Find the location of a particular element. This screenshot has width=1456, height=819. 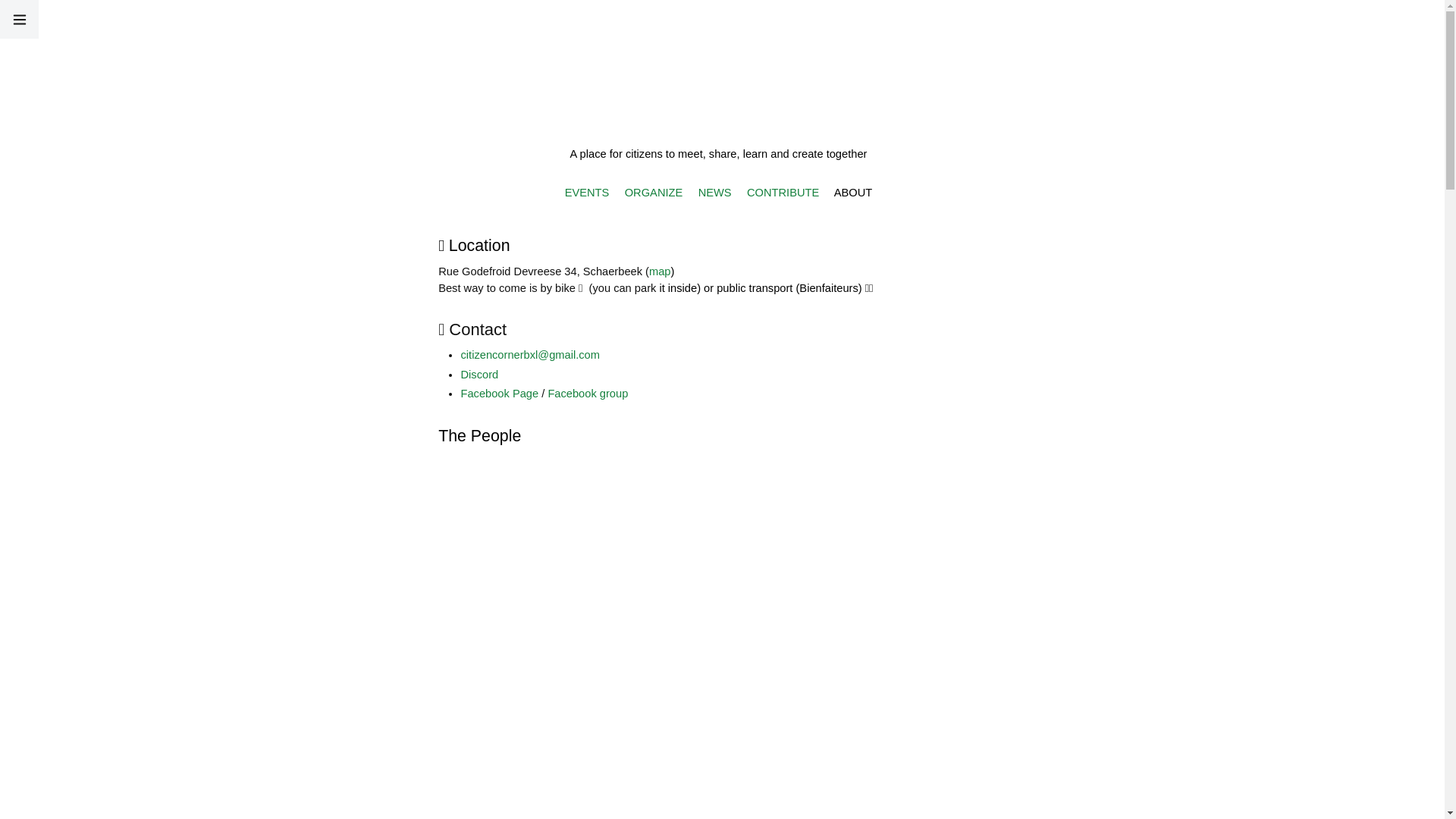

'map' is located at coordinates (660, 271).